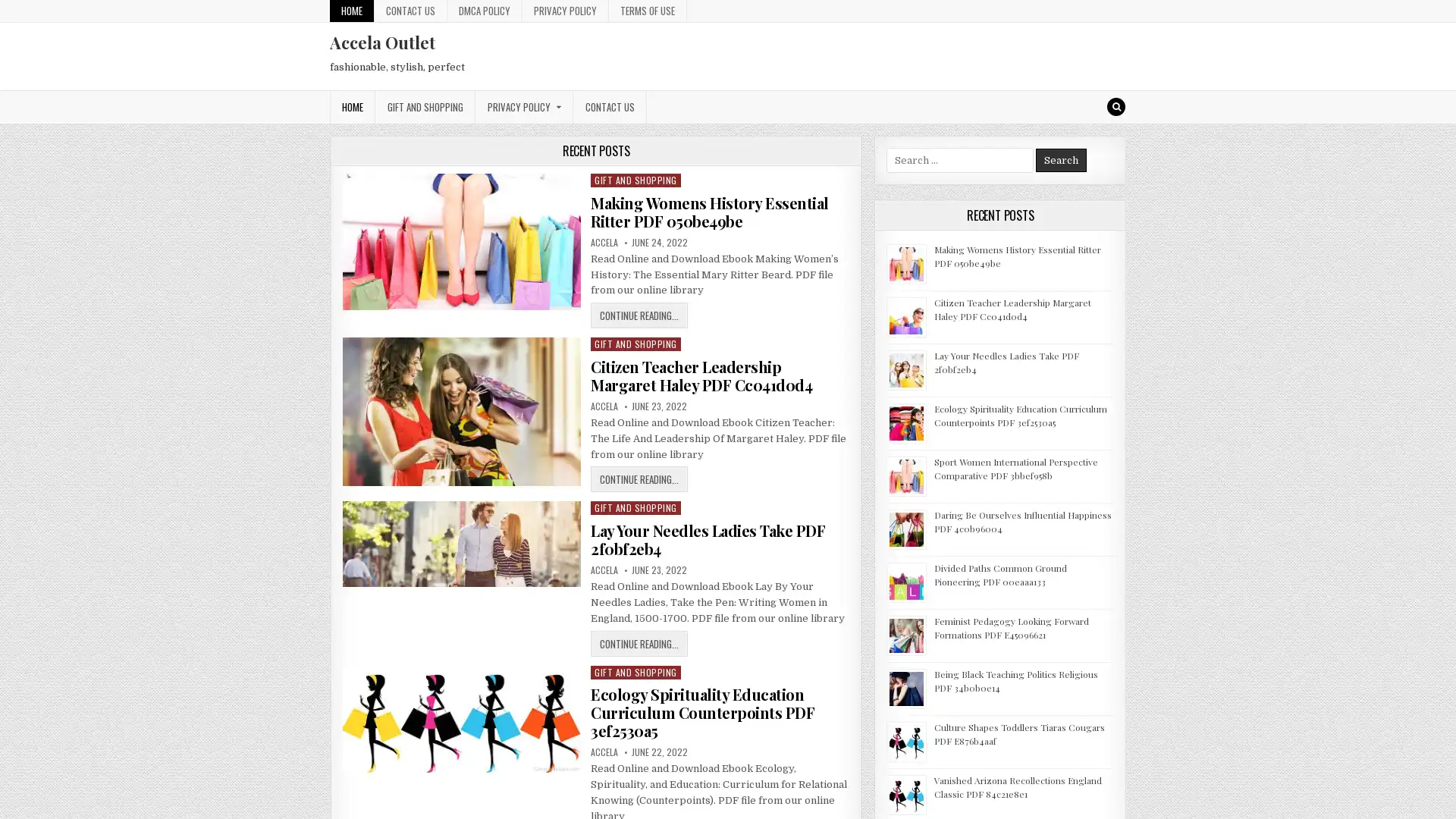 The image size is (1456, 819). I want to click on Search, so click(1060, 160).